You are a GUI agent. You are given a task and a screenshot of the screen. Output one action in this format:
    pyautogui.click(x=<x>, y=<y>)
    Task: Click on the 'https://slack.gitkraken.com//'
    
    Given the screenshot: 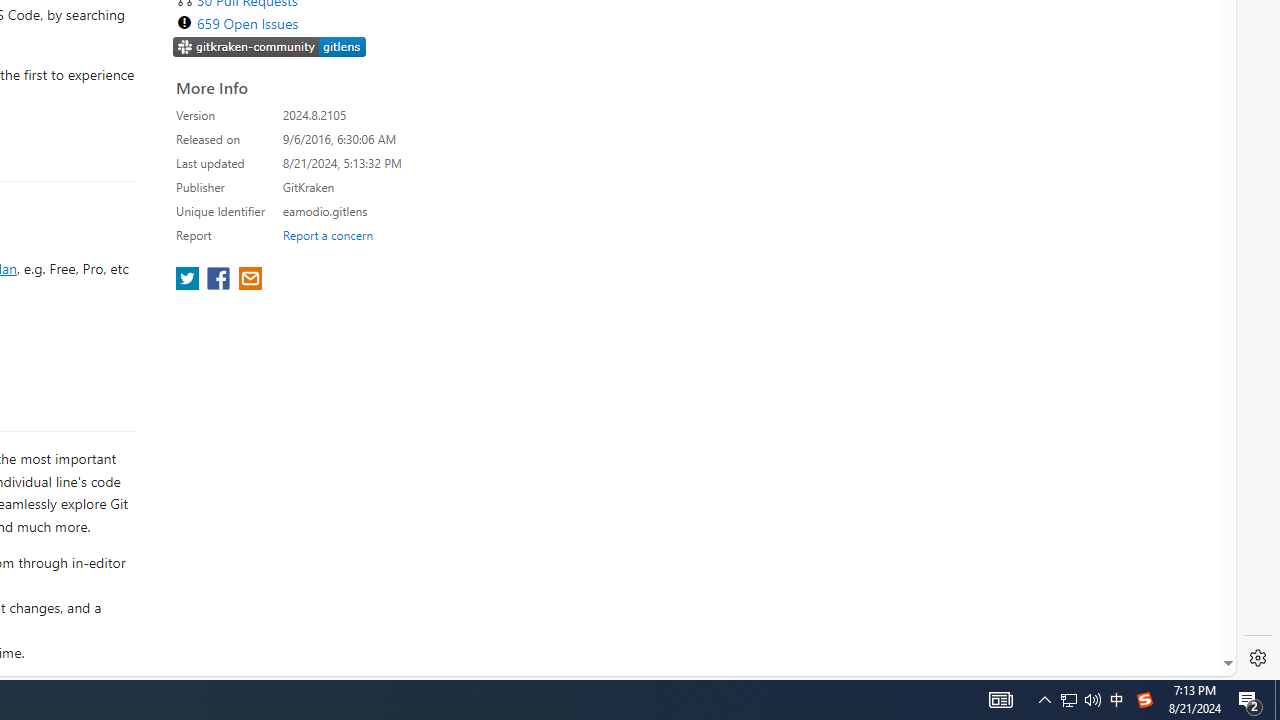 What is the action you would take?
    pyautogui.click(x=269, y=45)
    